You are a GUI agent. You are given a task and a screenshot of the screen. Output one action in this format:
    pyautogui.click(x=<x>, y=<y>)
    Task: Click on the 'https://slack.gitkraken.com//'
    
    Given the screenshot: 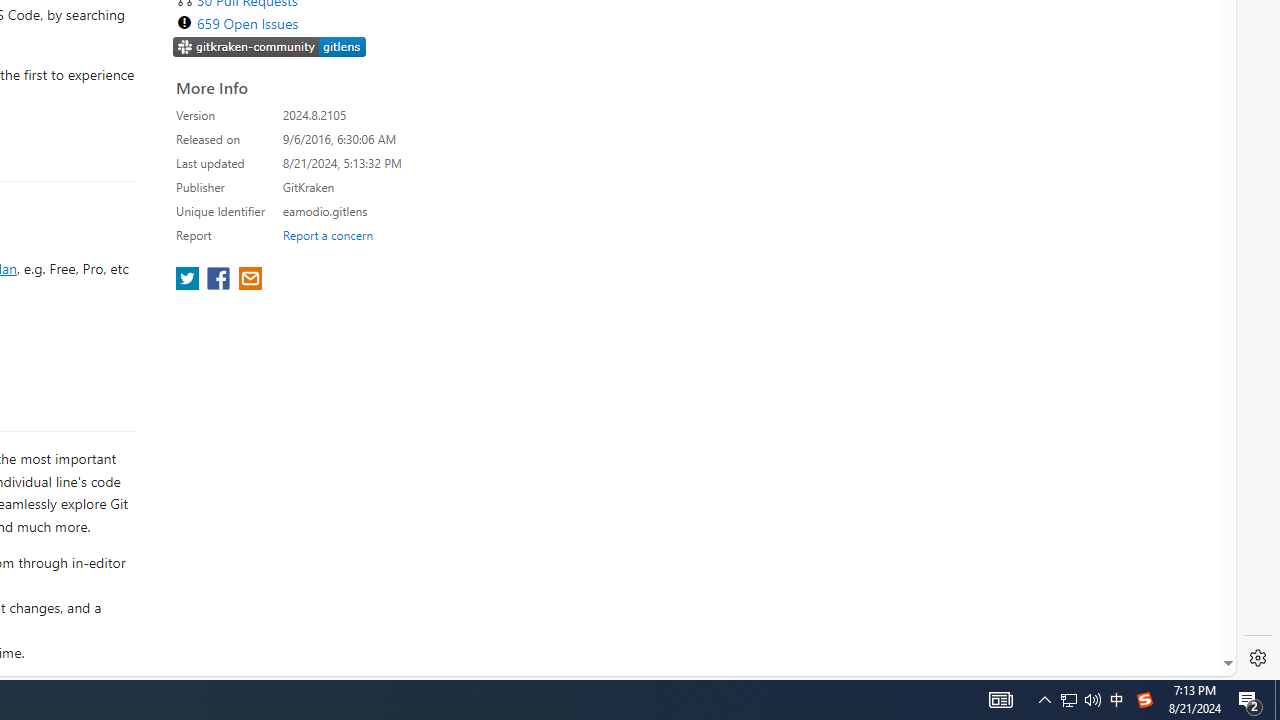 What is the action you would take?
    pyautogui.click(x=269, y=45)
    